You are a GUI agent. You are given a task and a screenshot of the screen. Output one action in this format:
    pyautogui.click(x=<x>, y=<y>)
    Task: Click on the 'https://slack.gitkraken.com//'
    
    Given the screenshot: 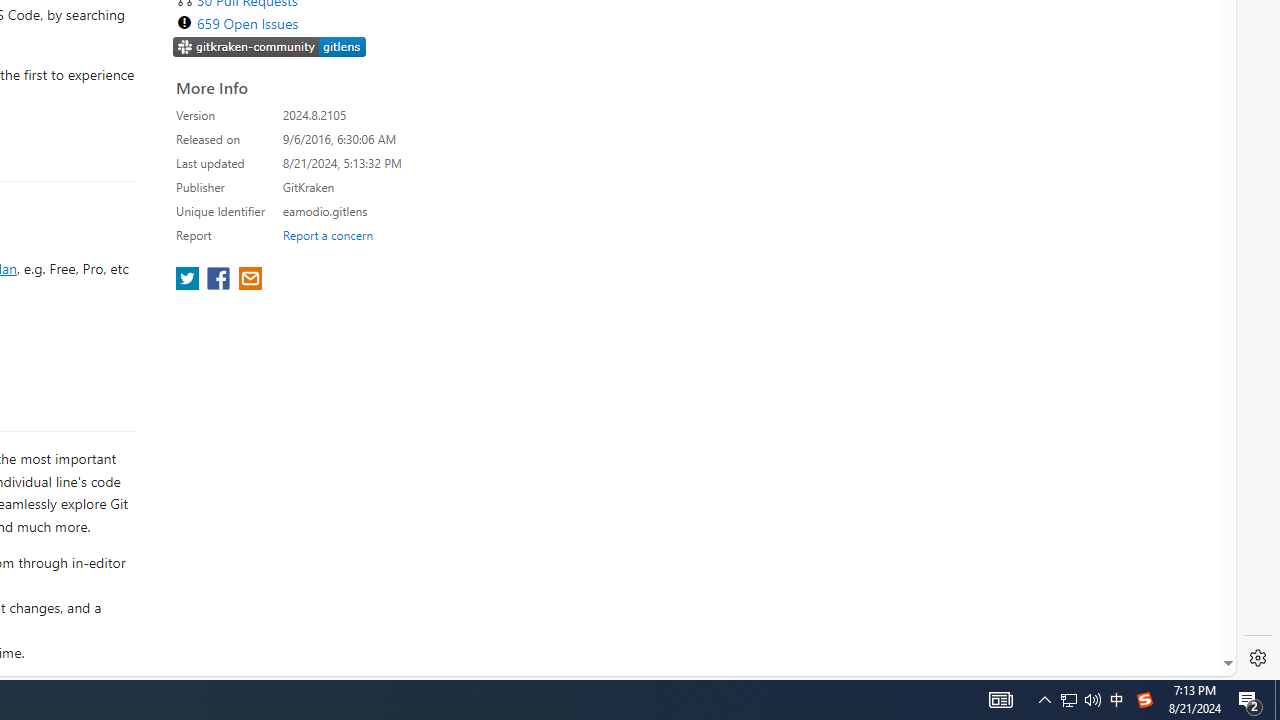 What is the action you would take?
    pyautogui.click(x=269, y=45)
    